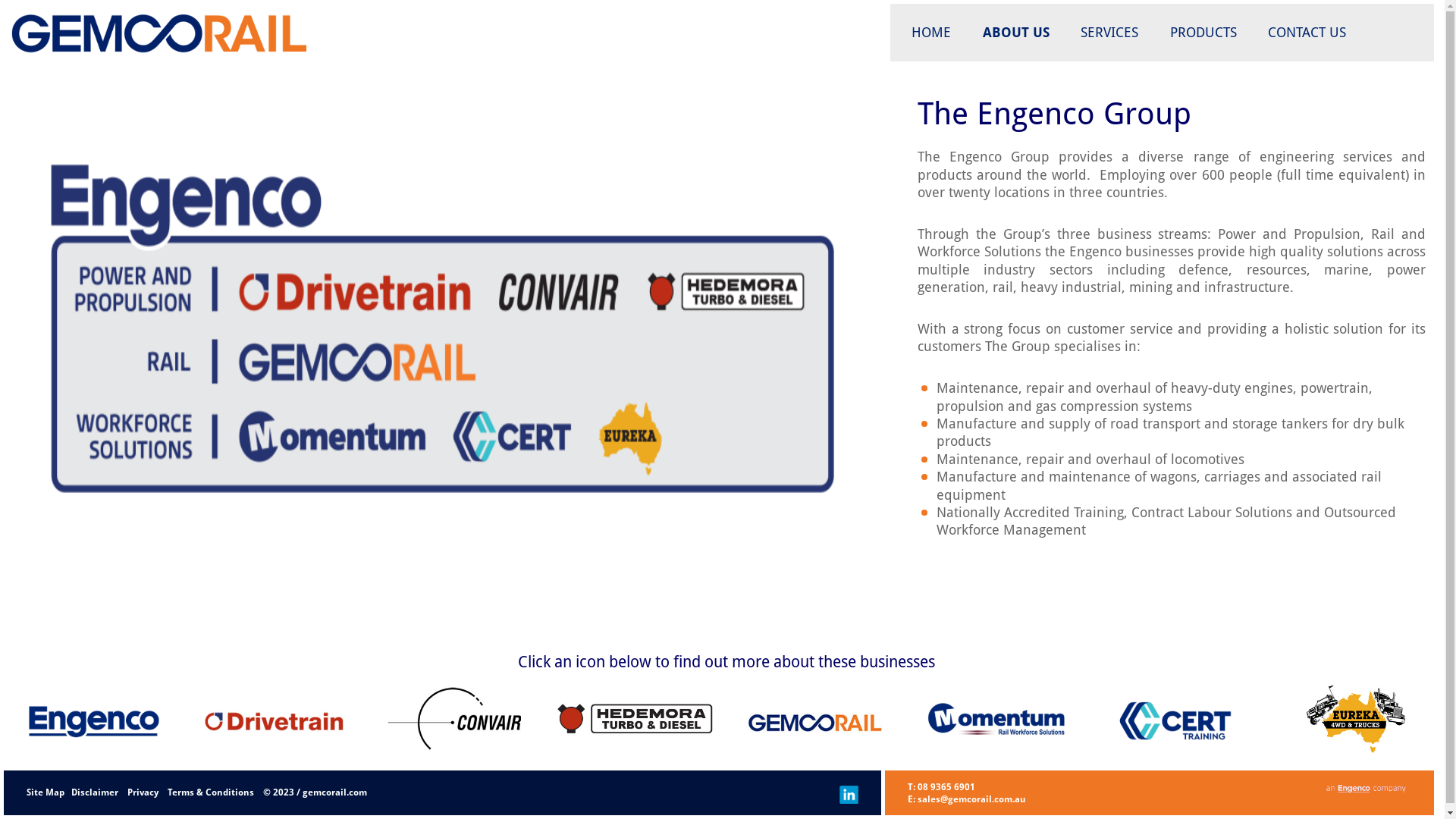  Describe the element at coordinates (902, 32) in the screenshot. I see `'HOME'` at that location.